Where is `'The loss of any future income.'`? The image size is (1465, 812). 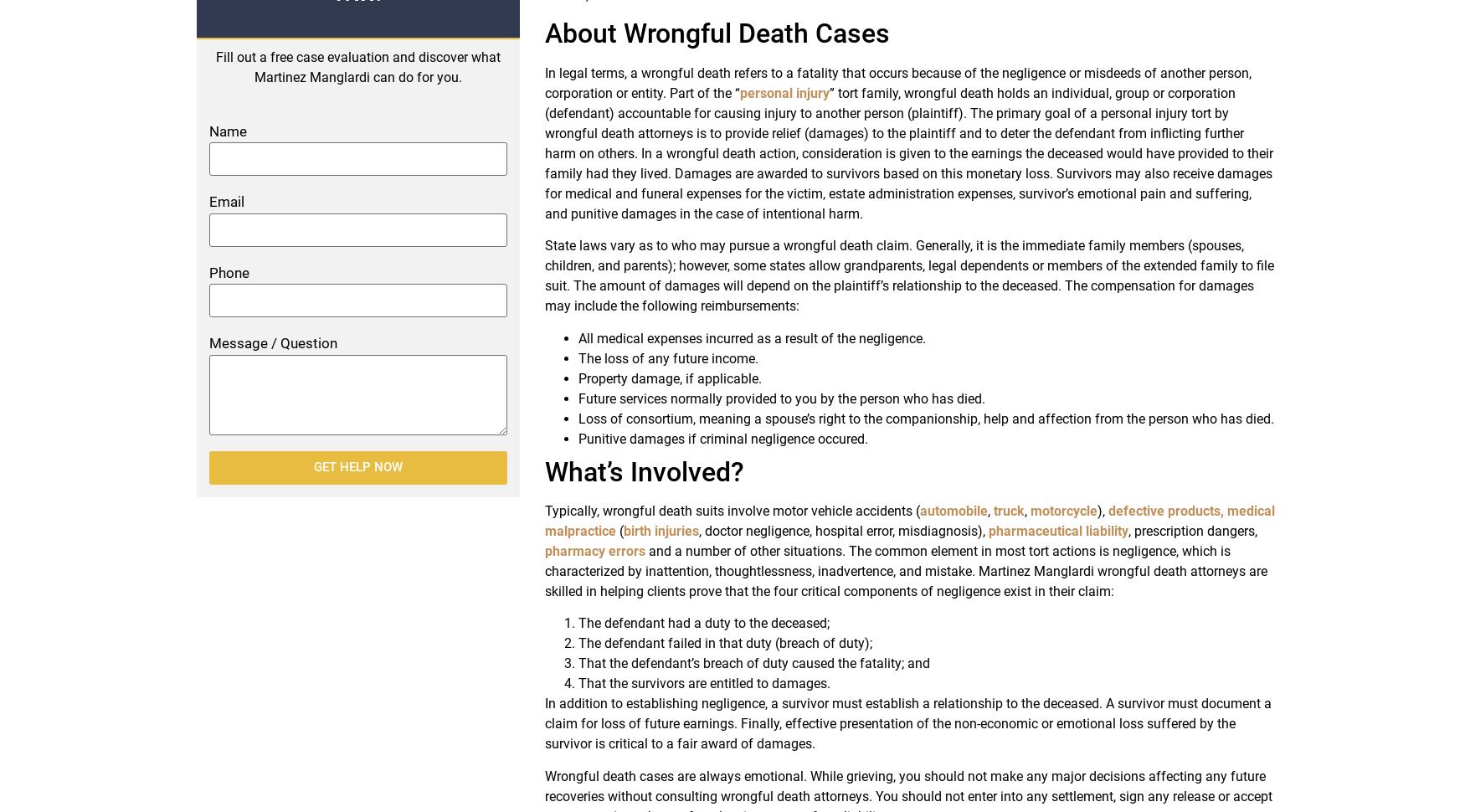
'The loss of any future income.' is located at coordinates (578, 357).